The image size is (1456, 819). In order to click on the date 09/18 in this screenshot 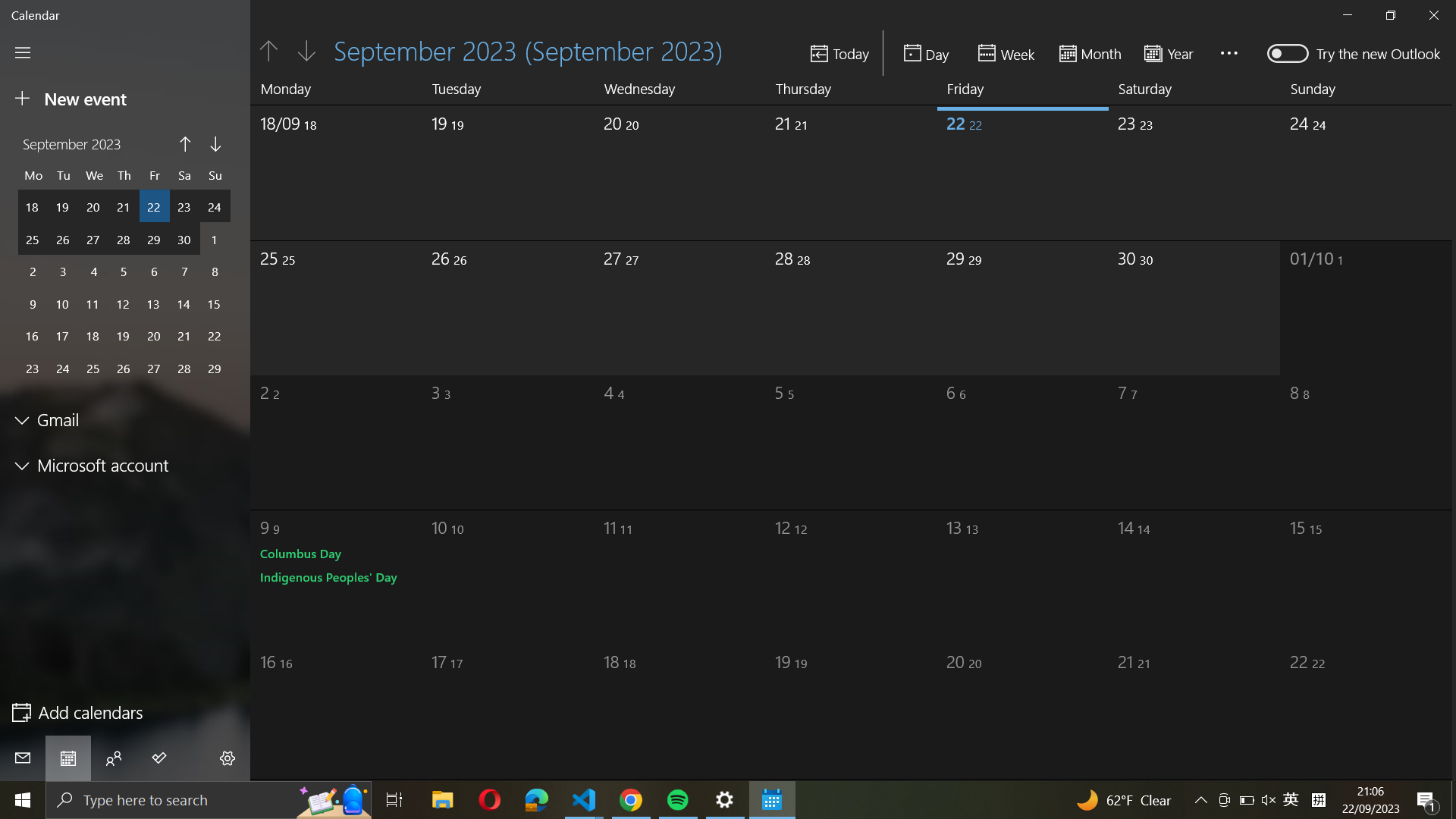, I will do `click(322, 167)`.